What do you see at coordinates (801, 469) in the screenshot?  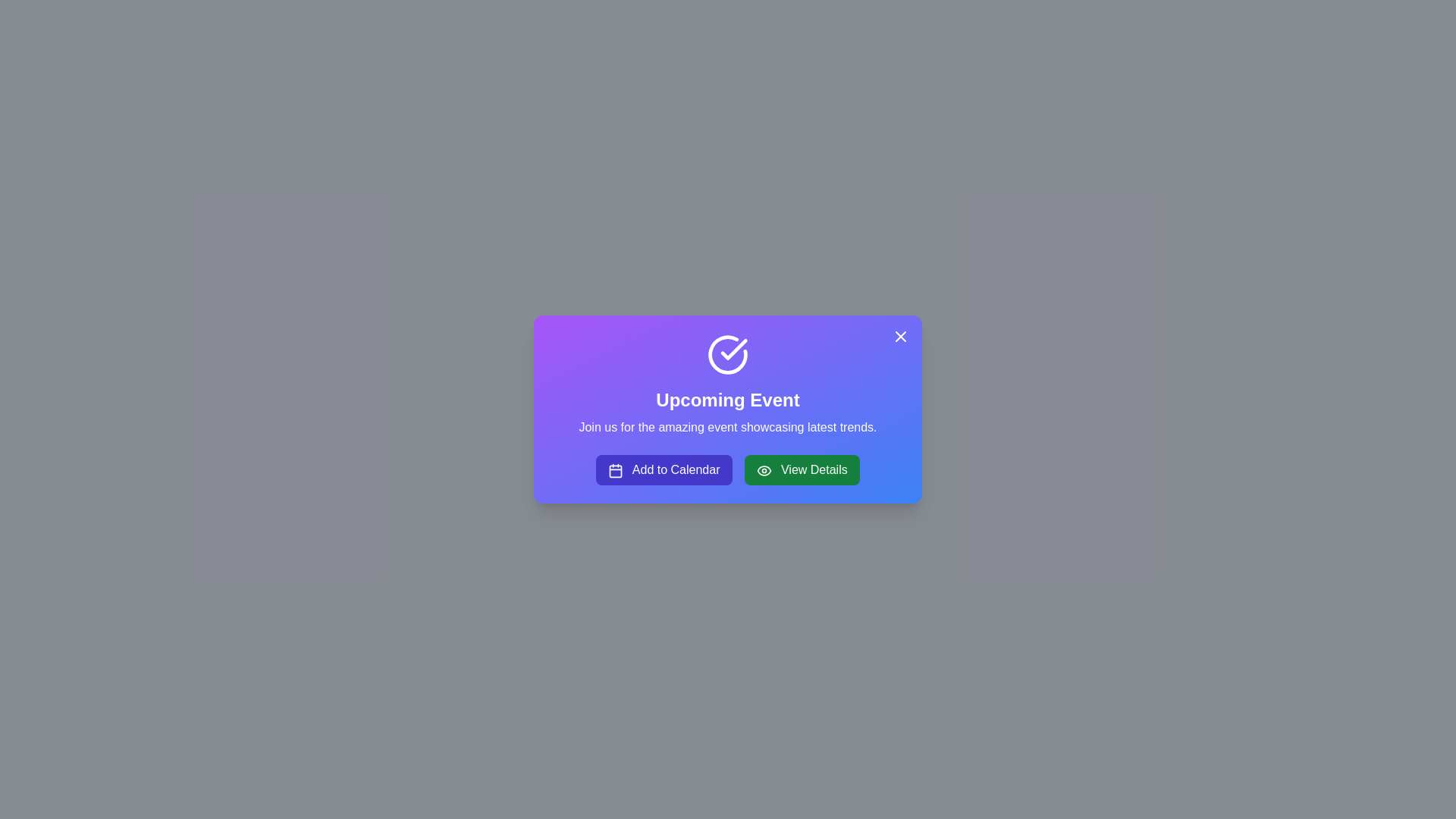 I see `'View Details' button to view more details about the event` at bounding box center [801, 469].